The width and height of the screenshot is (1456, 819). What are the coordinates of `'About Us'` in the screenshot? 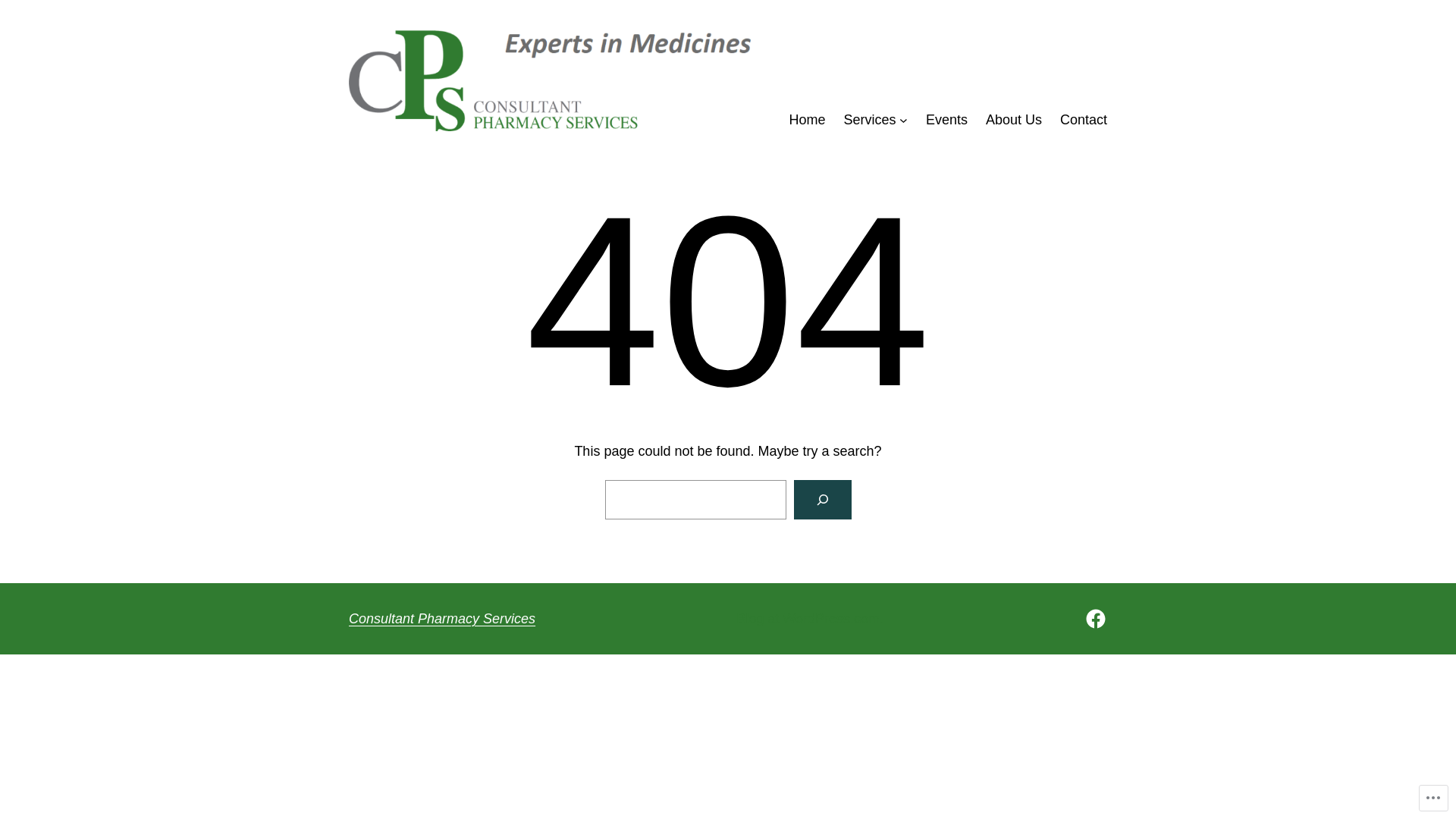 It's located at (986, 119).